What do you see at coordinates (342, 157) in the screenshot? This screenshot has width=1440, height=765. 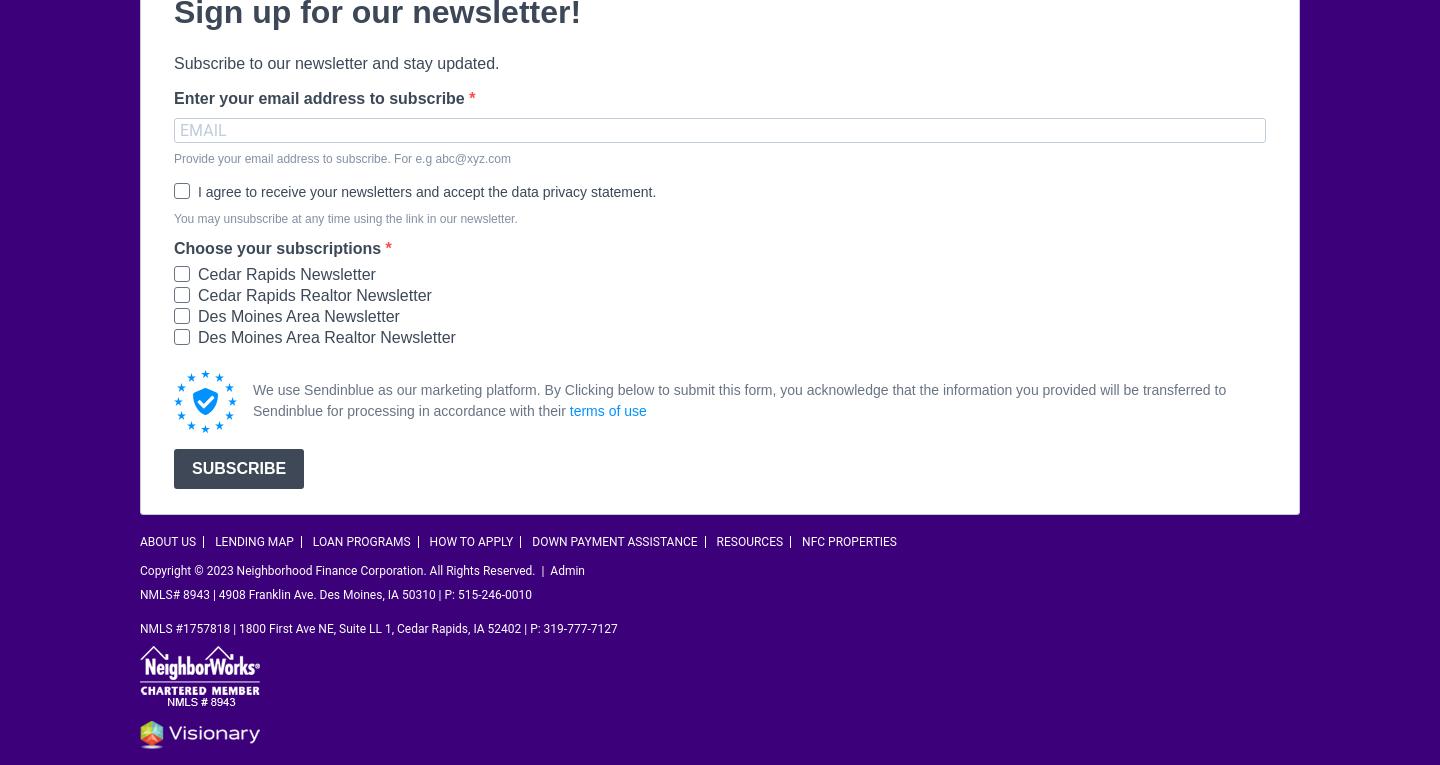 I see `'Provide your email address to subscribe. For e.g abc@xyz.com'` at bounding box center [342, 157].